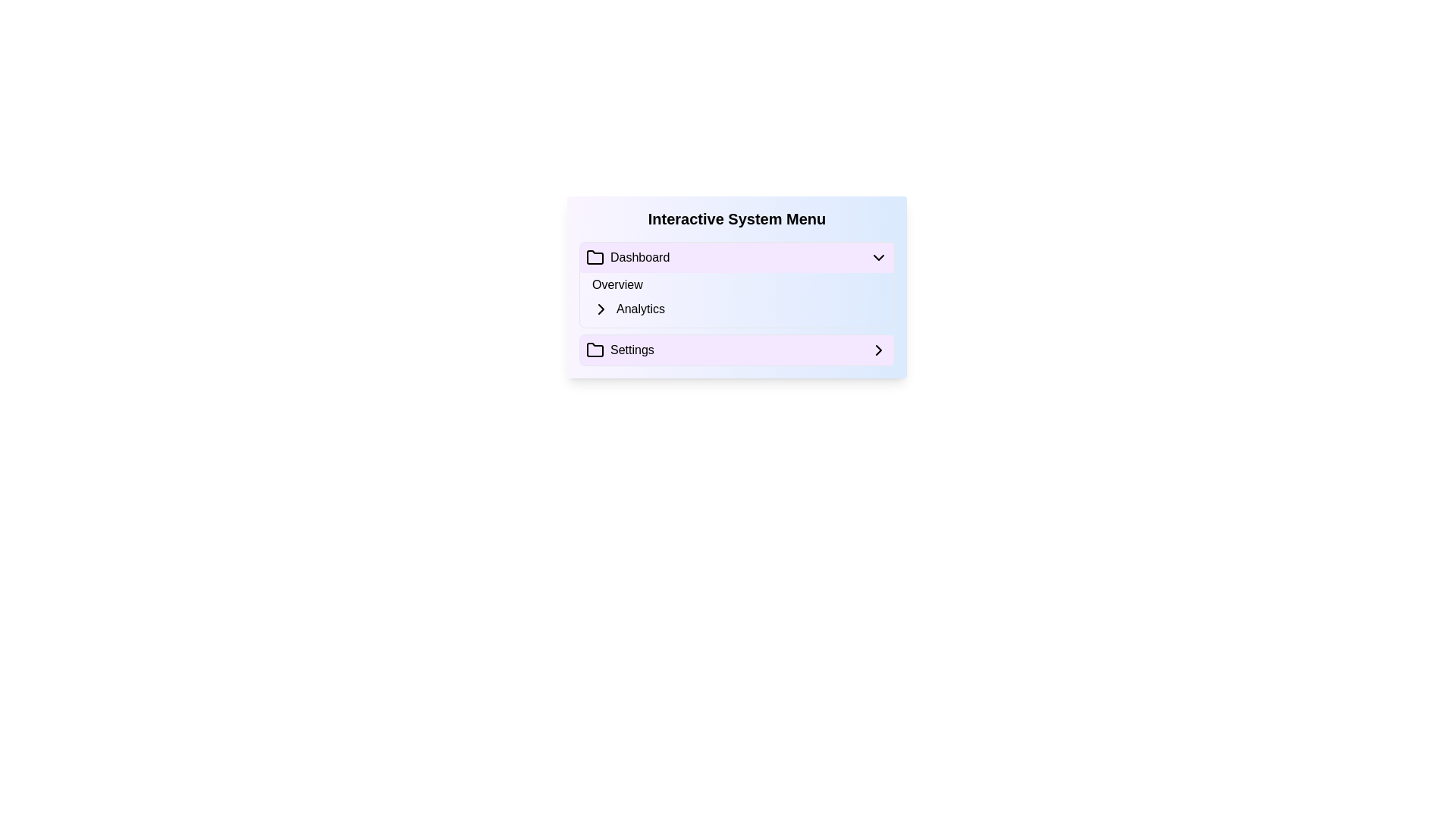 The height and width of the screenshot is (819, 1456). Describe the element at coordinates (617, 284) in the screenshot. I see `the 'Overview' text label in the vertical menu` at that location.